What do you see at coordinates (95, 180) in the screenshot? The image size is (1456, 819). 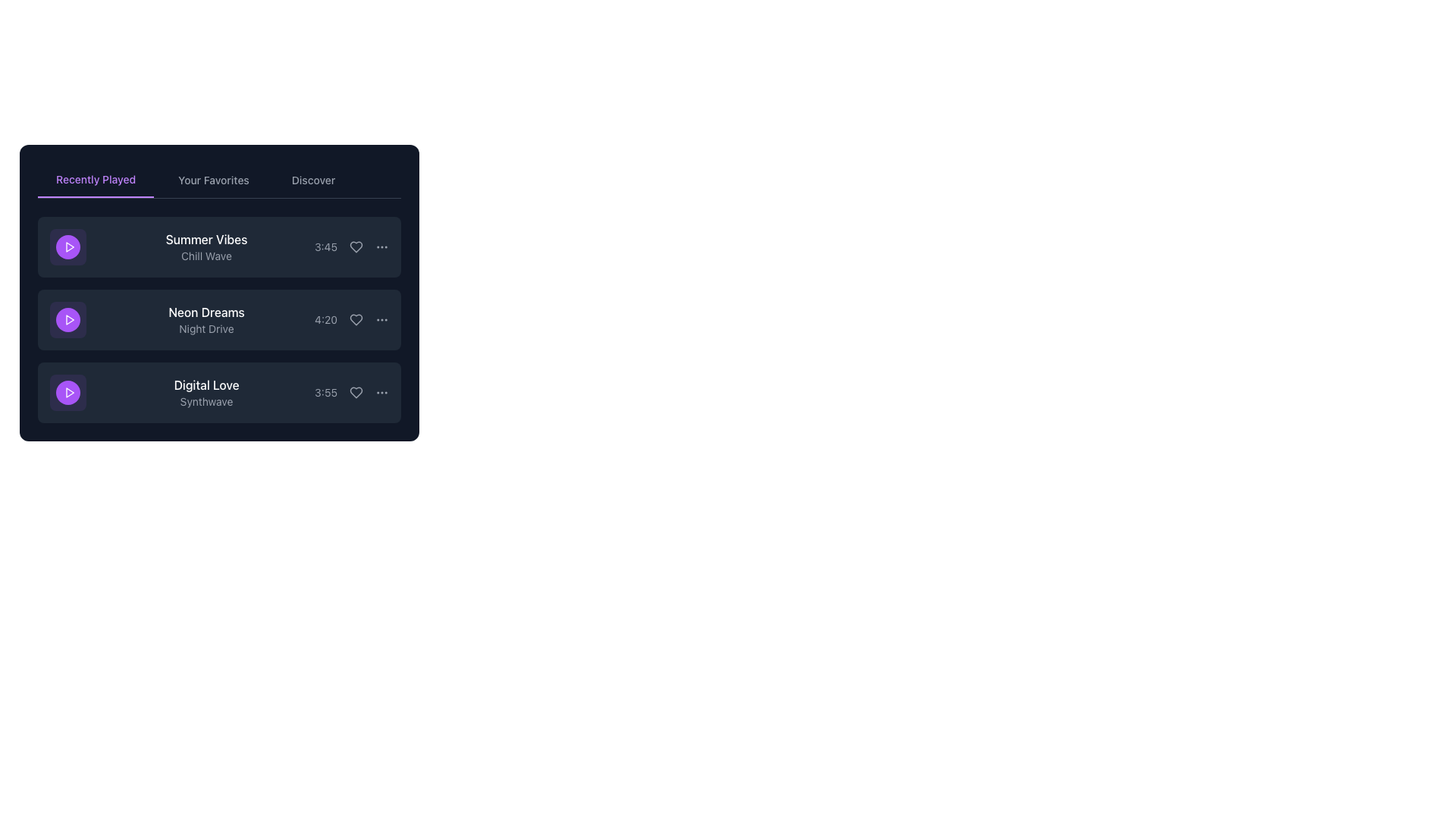 I see `the navigation button located at the top left of the navigation interface` at bounding box center [95, 180].